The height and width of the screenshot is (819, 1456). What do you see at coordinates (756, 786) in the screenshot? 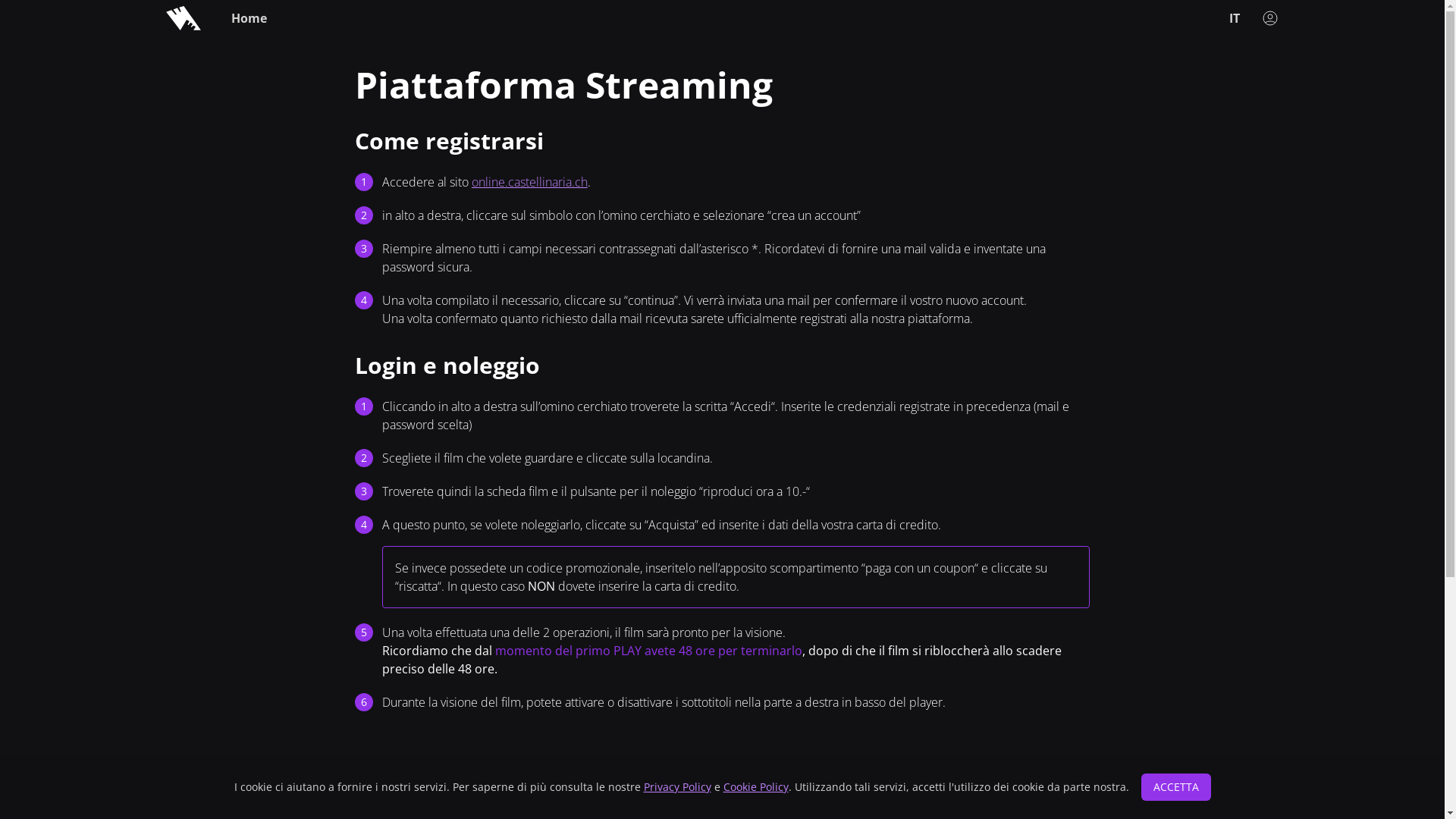
I see `'Cookie Policy'` at bounding box center [756, 786].